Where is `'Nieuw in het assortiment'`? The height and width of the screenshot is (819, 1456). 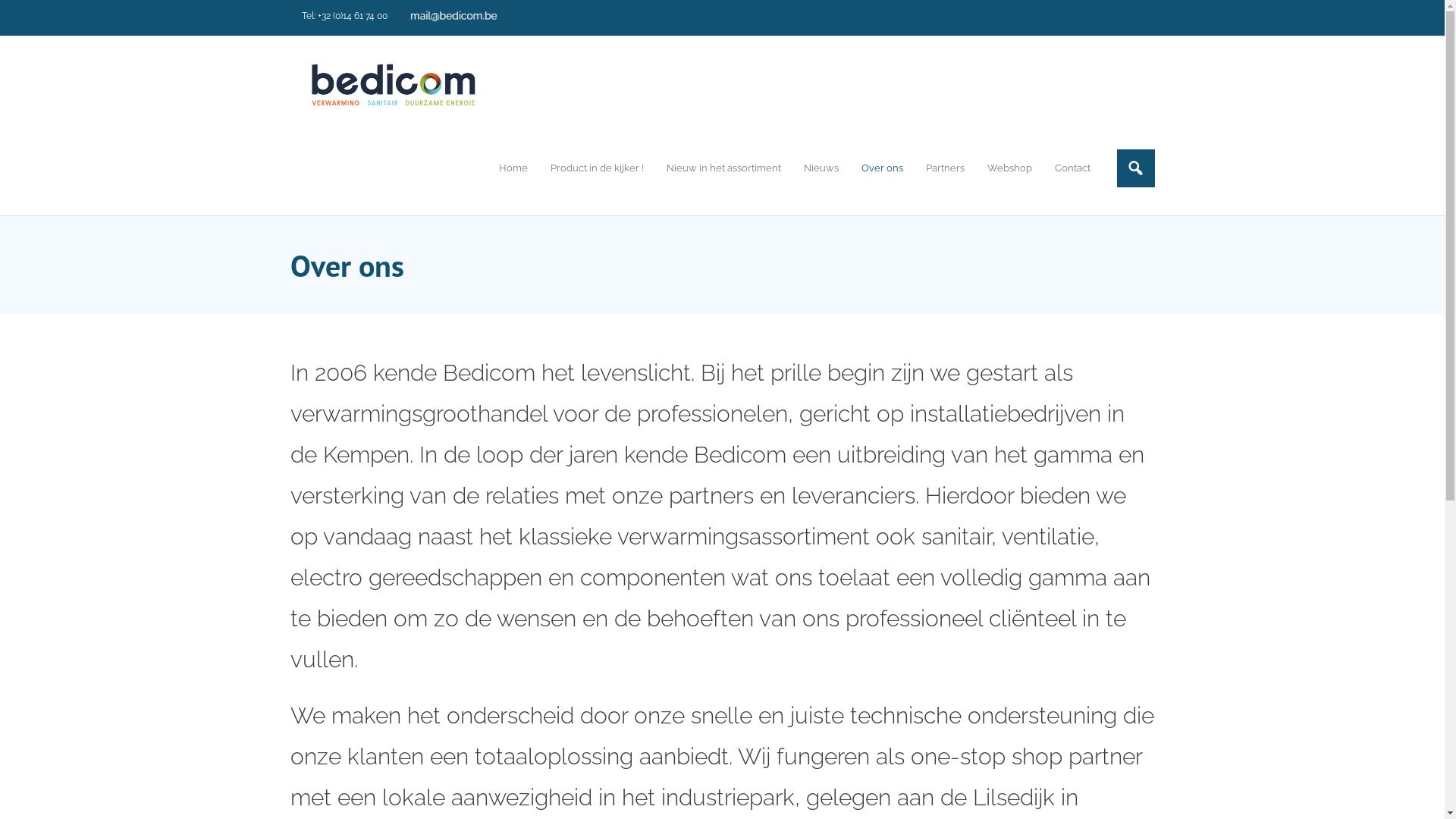 'Nieuw in het assortiment' is located at coordinates (655, 168).